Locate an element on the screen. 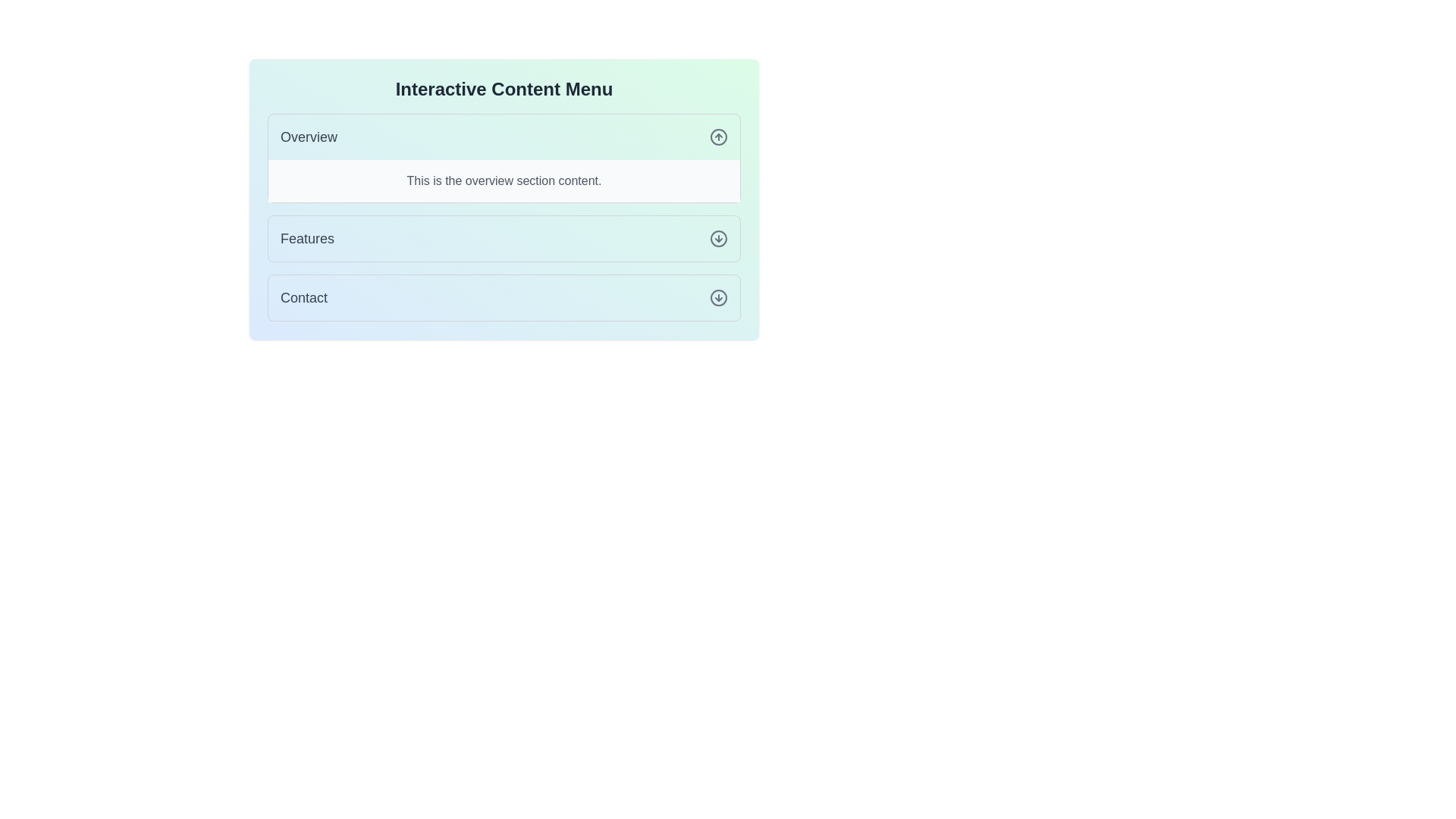 The image size is (1456, 819). the icon located to the right of the 'Features' button is located at coordinates (718, 239).